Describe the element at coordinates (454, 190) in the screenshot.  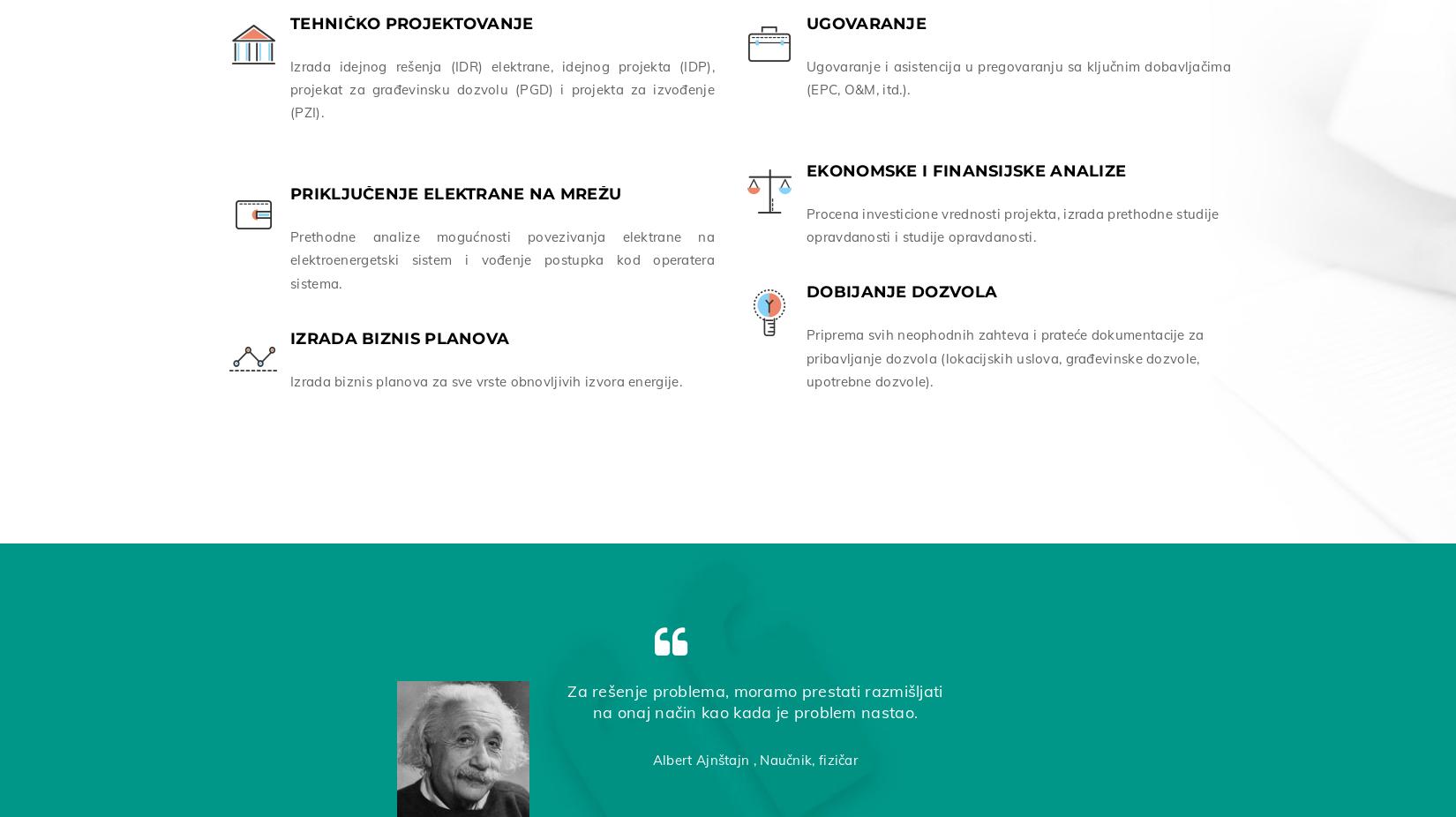
I see `'PRIKLJUČENJE ELEKTRANE NA MREŽU'` at that location.